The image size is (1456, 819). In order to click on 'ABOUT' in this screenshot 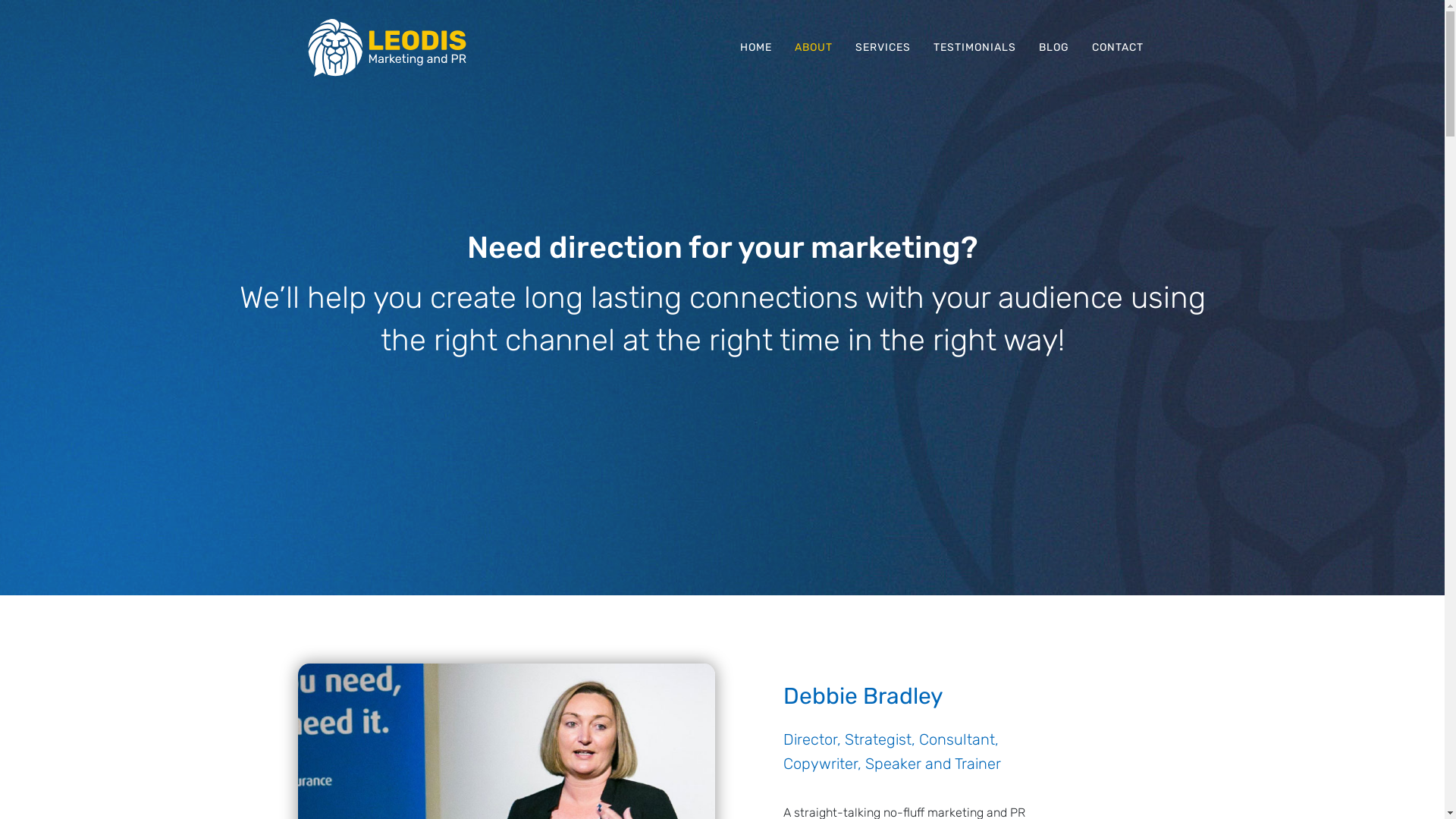, I will do `click(789, 46)`.